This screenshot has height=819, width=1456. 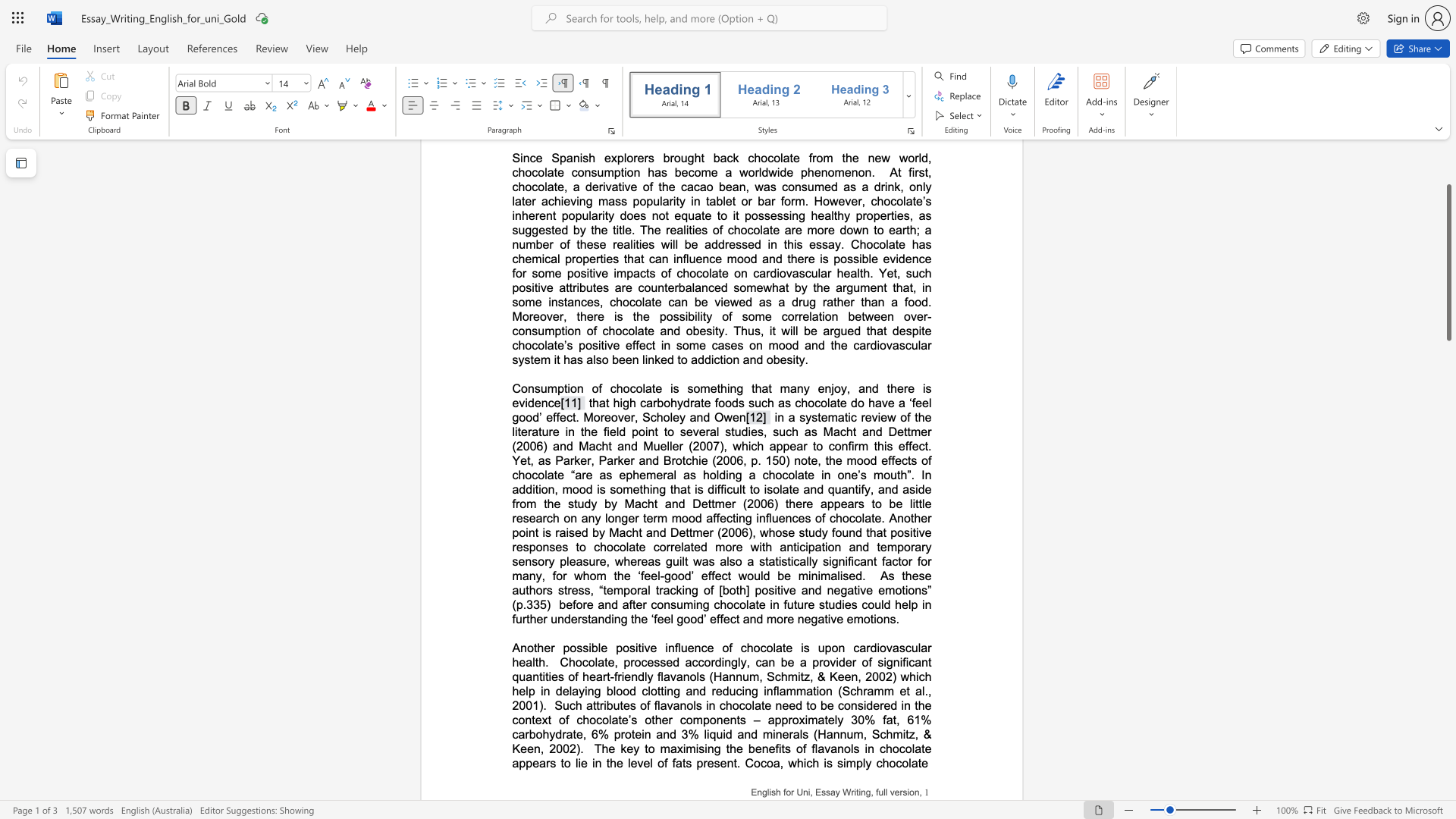 I want to click on the scrollbar and move down 1680 pixels, so click(x=1448, y=262).